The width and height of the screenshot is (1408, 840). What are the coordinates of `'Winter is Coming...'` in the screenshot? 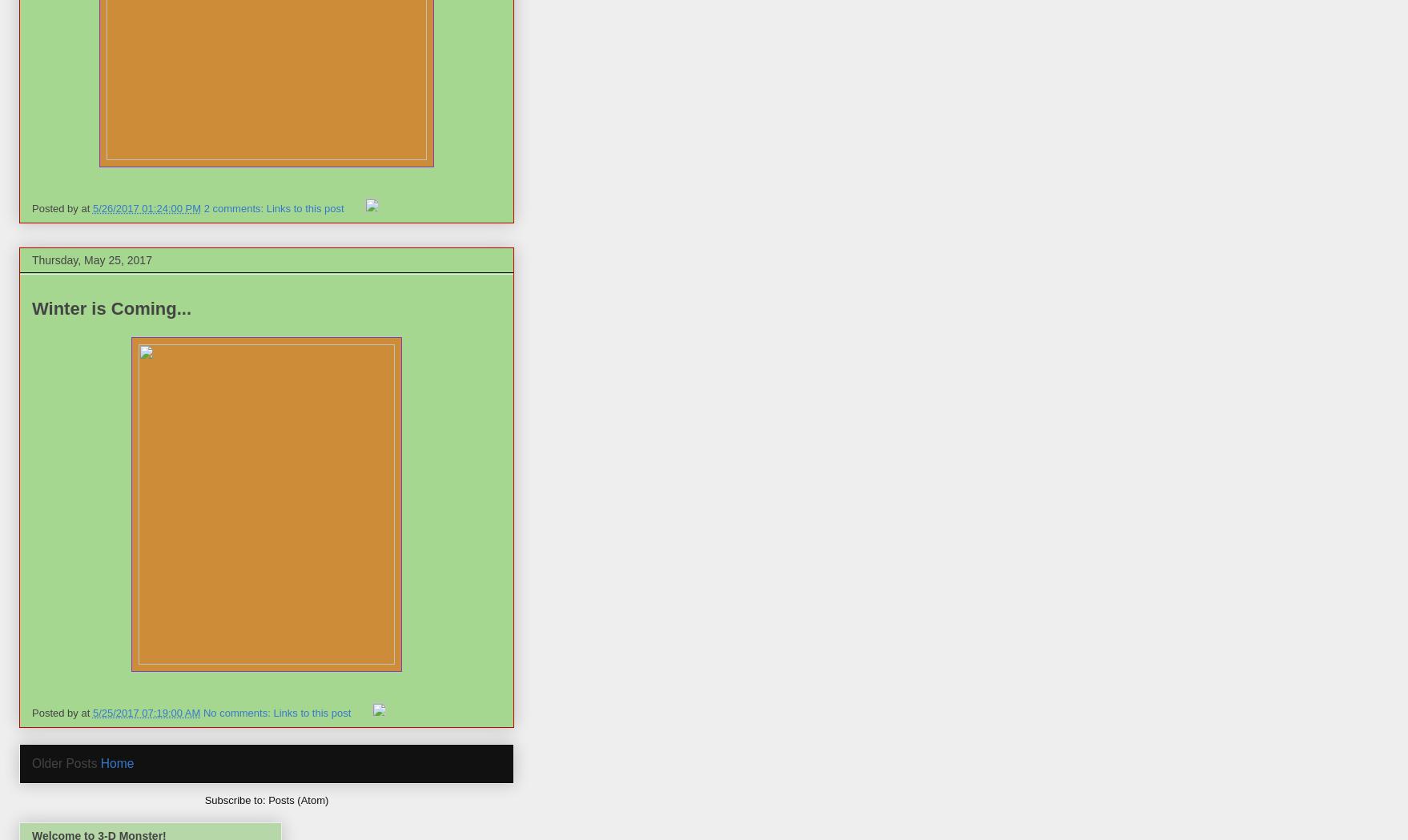 It's located at (111, 307).